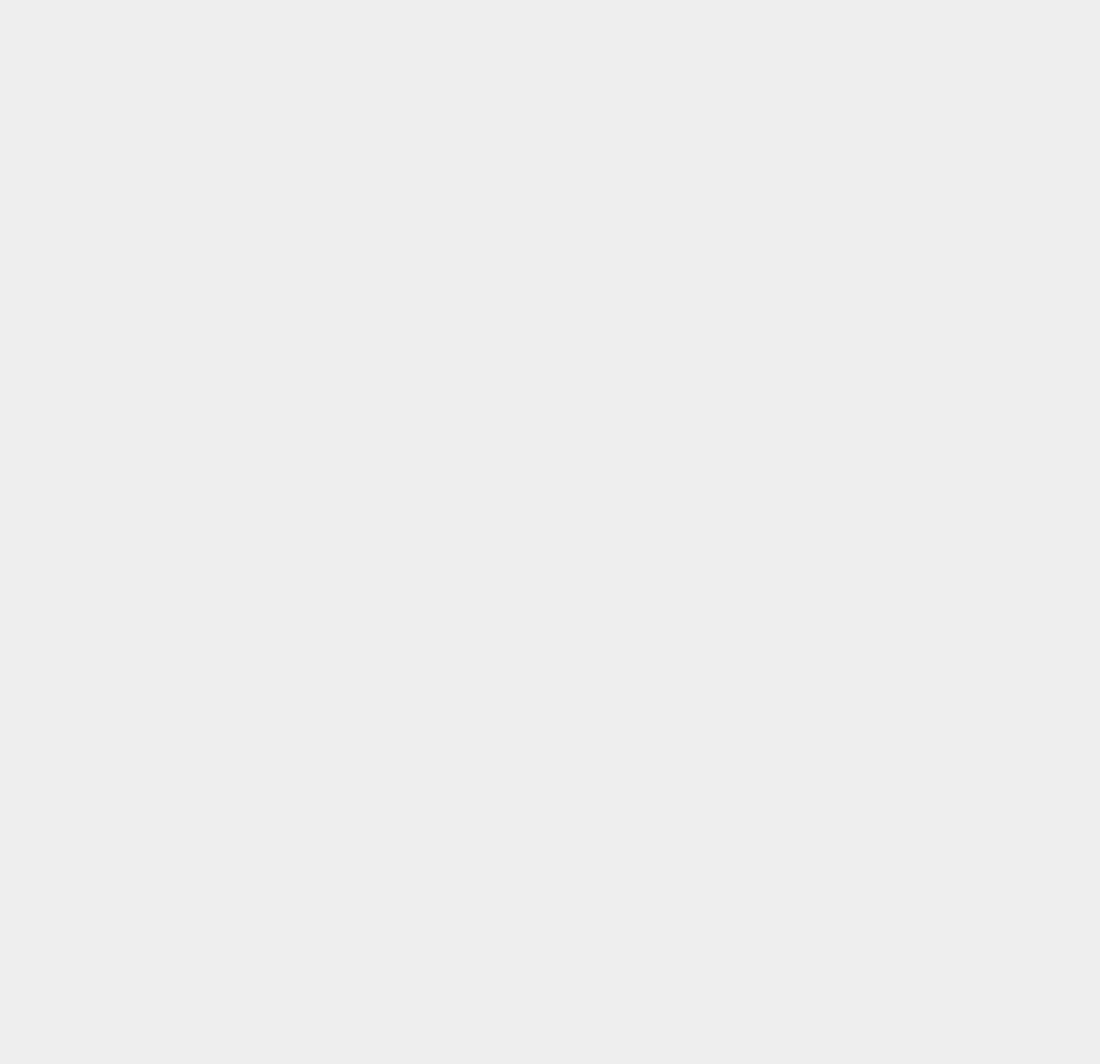 The image size is (1100, 1064). Describe the element at coordinates (817, 982) in the screenshot. I see `'Android APK'` at that location.